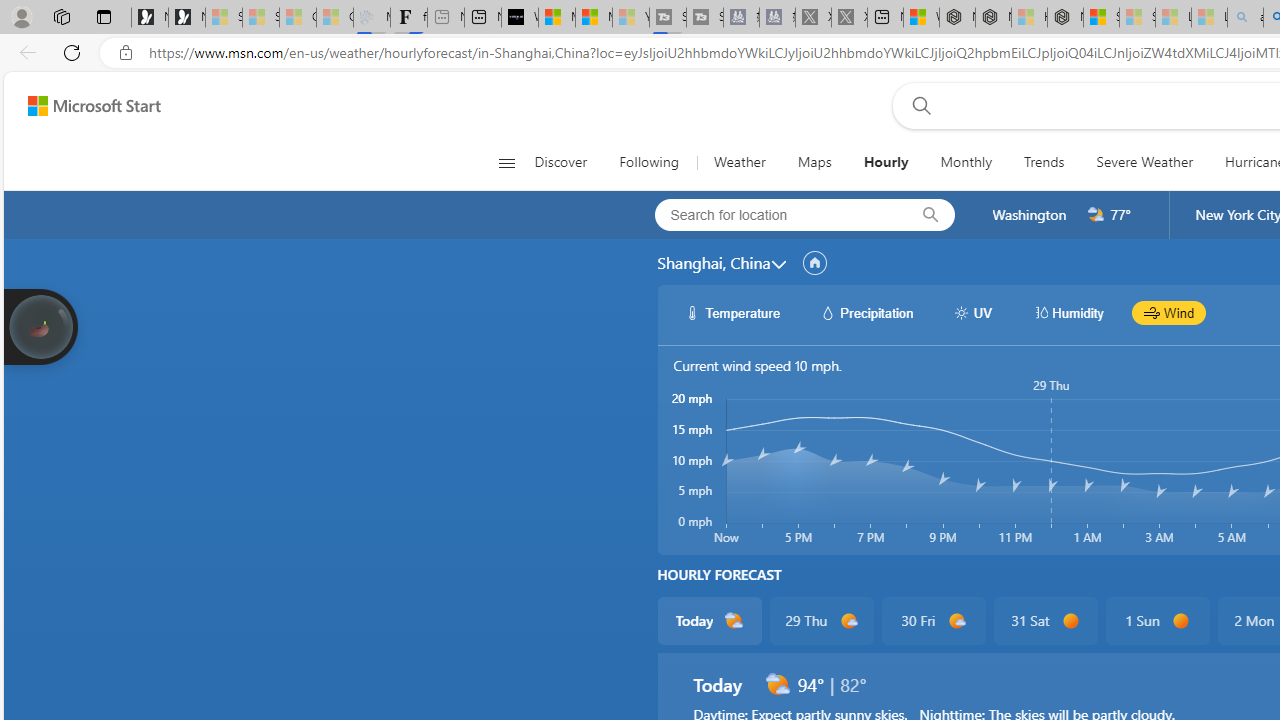 This screenshot has height=720, width=1280. I want to click on 'hourlyChart/uvWhite UV', so click(972, 312).